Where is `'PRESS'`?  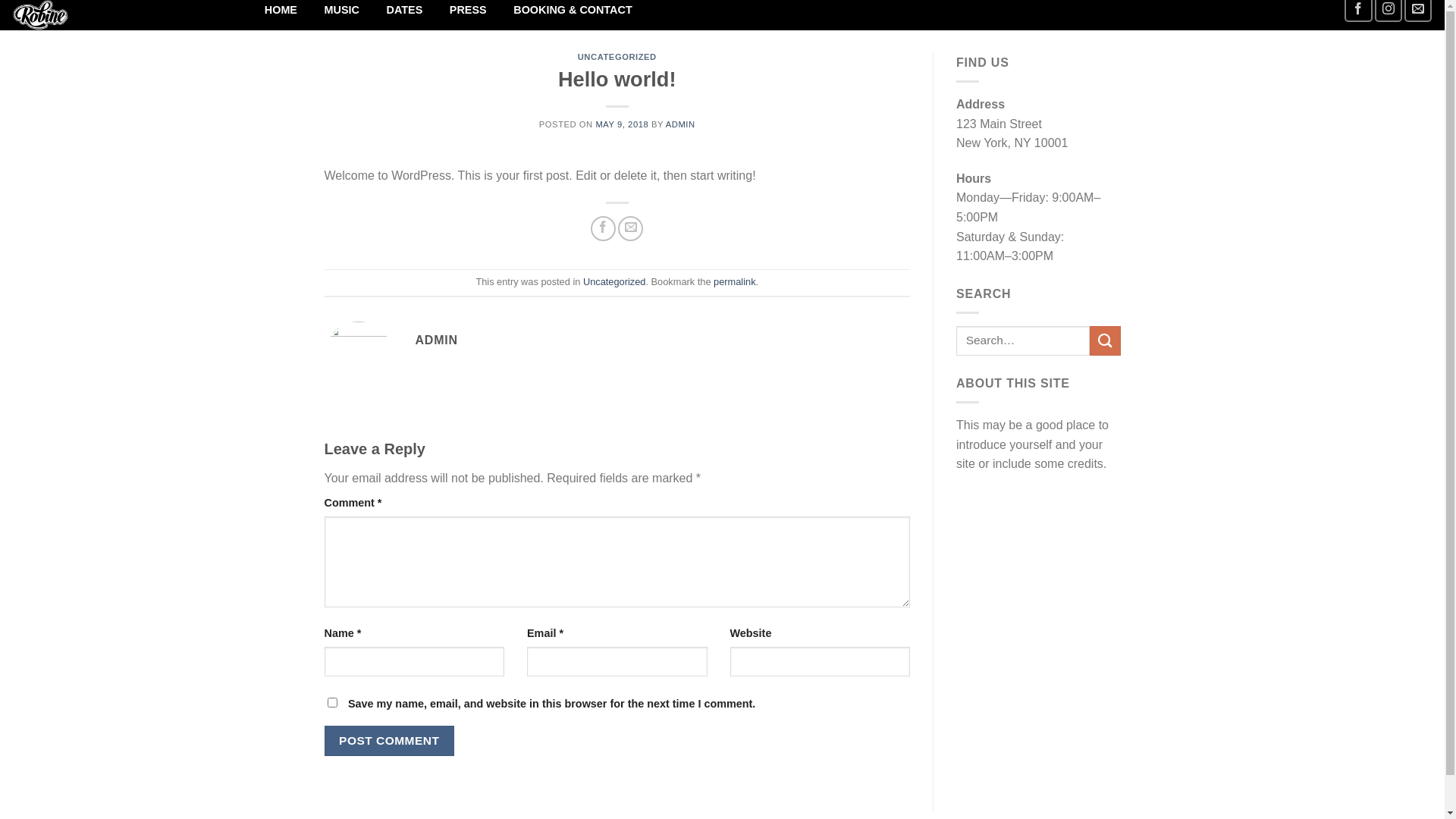 'PRESS' is located at coordinates (467, 10).